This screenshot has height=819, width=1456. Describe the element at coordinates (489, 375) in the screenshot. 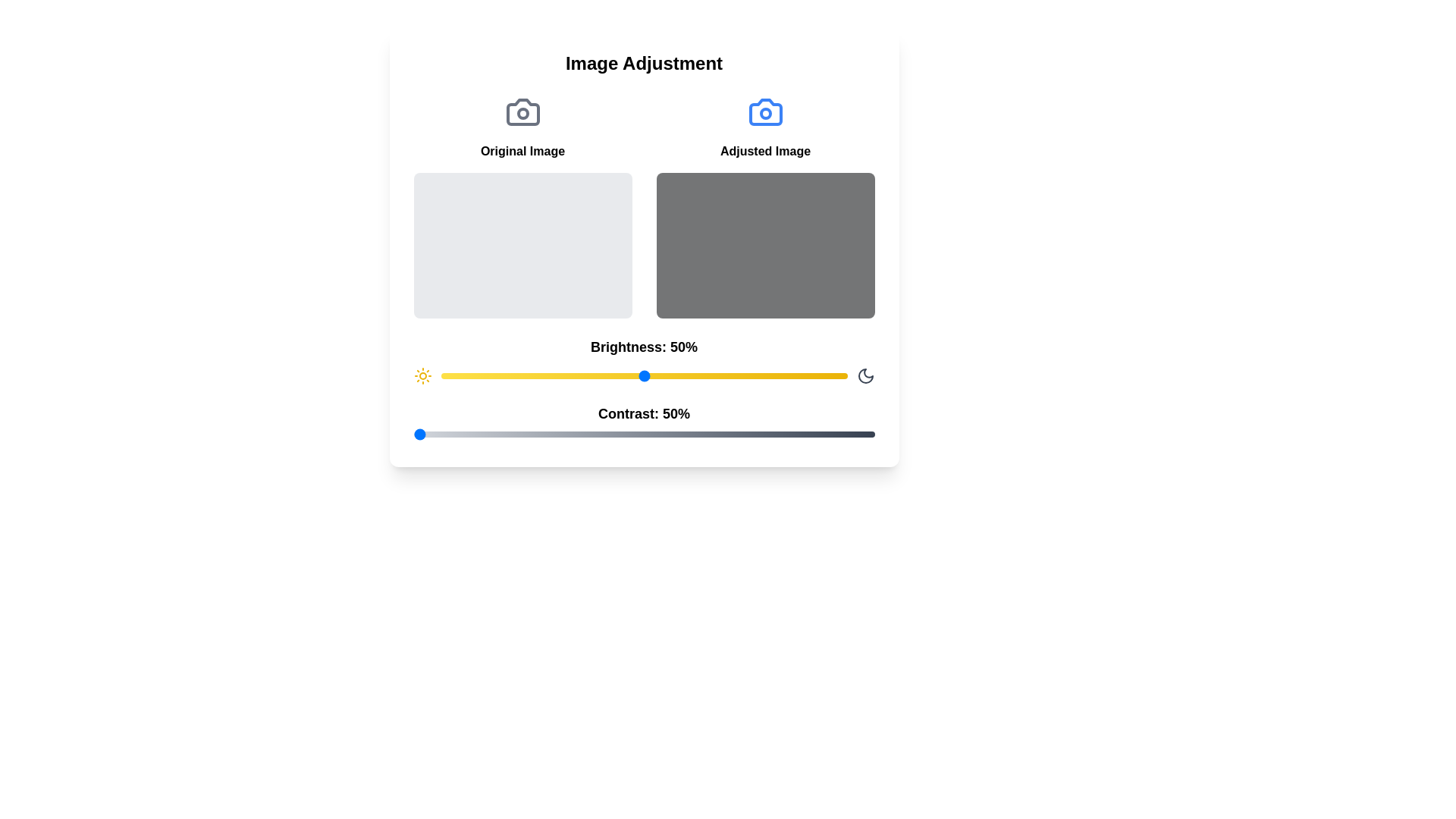

I see `the slider value` at that location.